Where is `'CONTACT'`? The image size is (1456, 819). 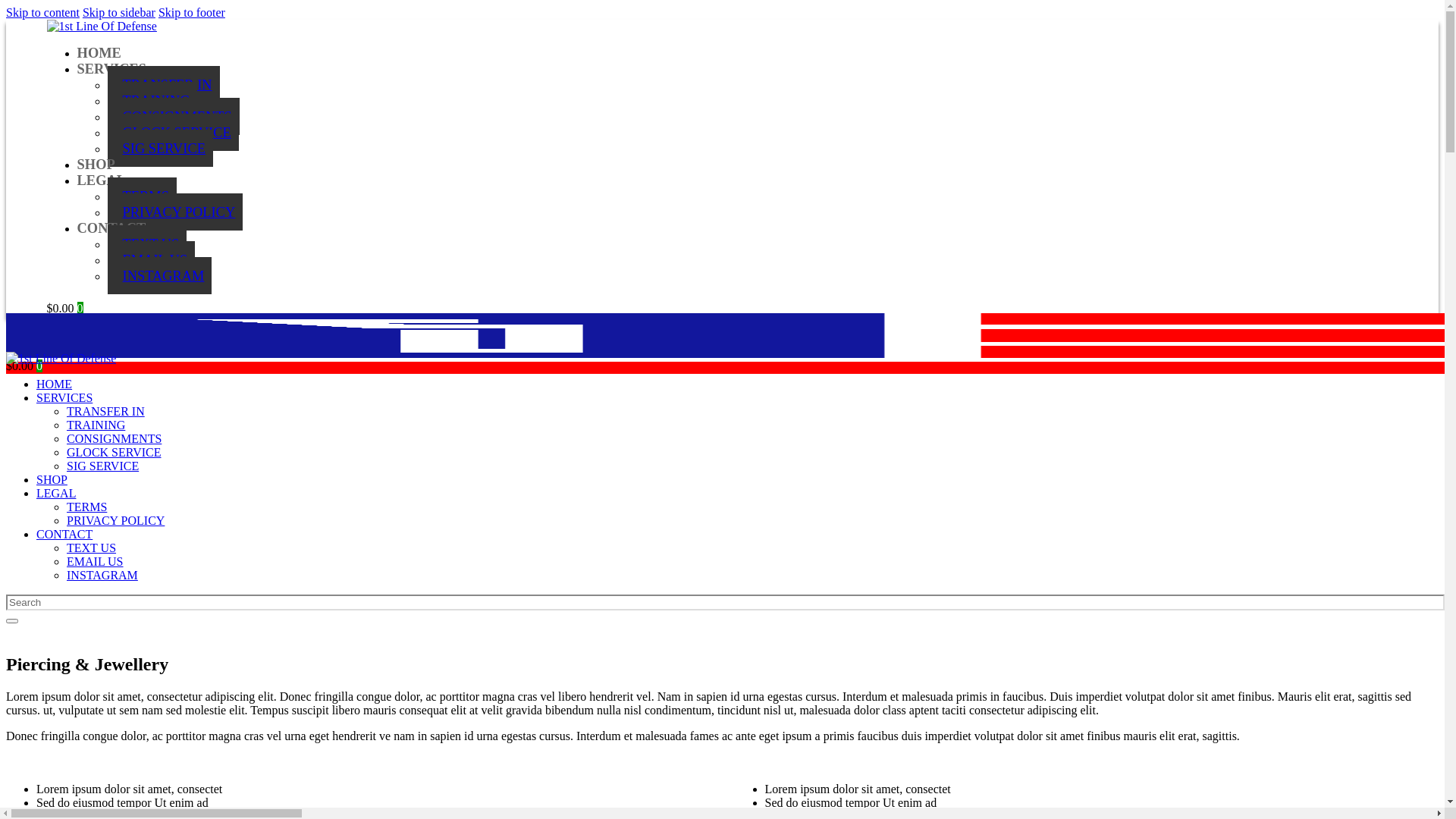 'CONTACT' is located at coordinates (76, 227).